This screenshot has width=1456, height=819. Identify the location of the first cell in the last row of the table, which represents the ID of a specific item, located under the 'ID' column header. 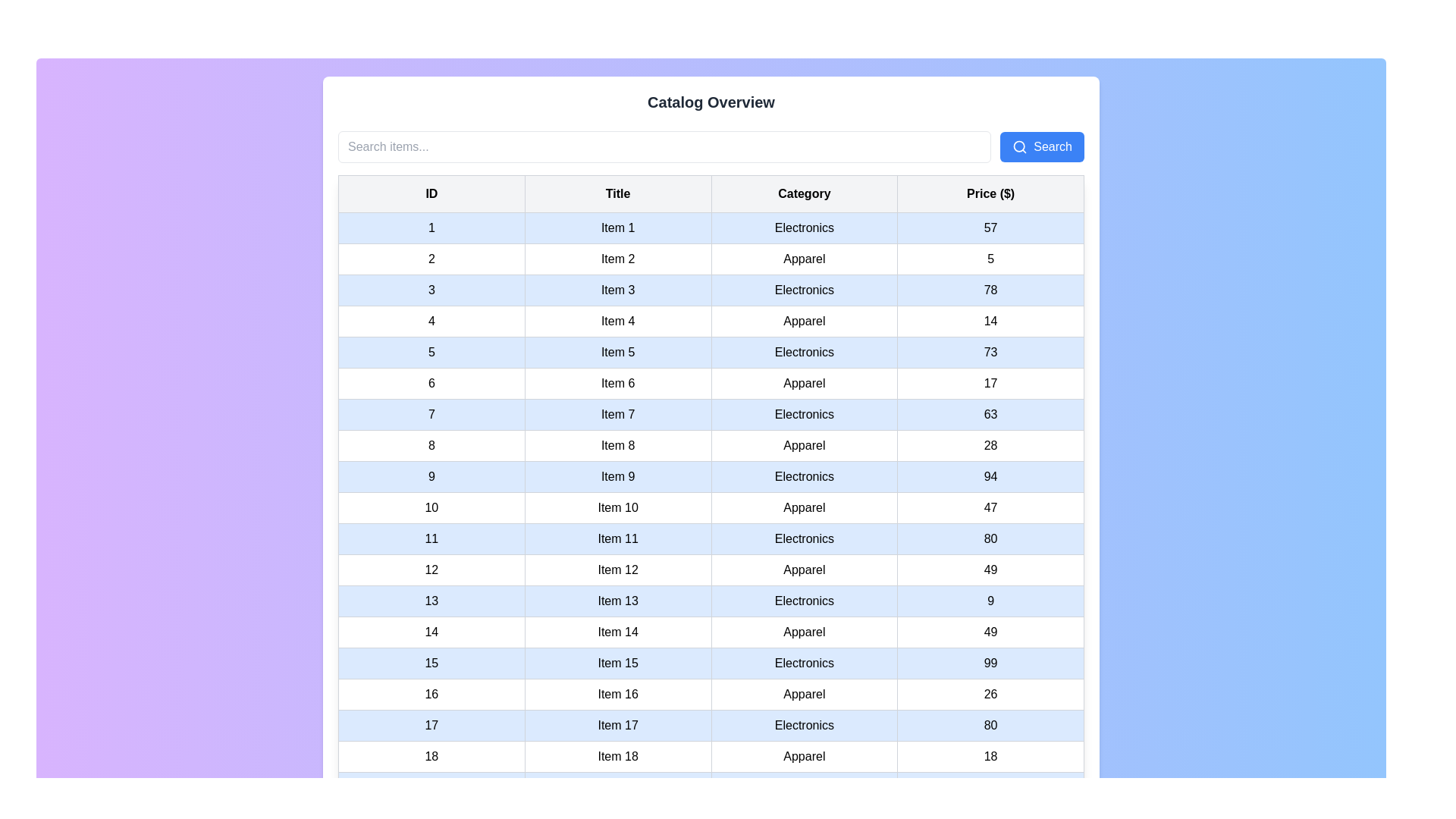
(431, 757).